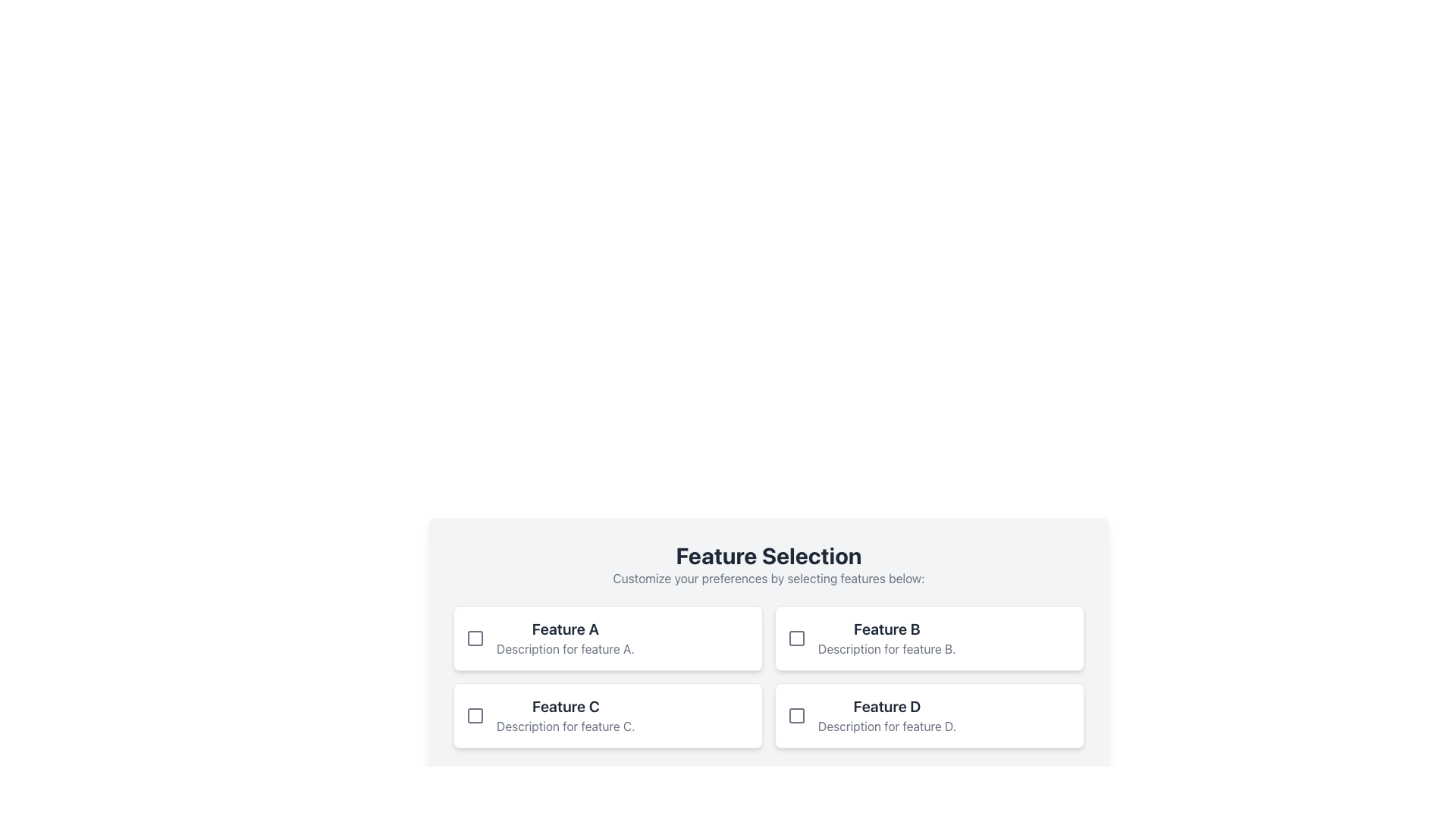  What do you see at coordinates (928, 638) in the screenshot?
I see `feature title and description from the 'Feature B' checkbox element located in the top-right corner of the grid layout` at bounding box center [928, 638].